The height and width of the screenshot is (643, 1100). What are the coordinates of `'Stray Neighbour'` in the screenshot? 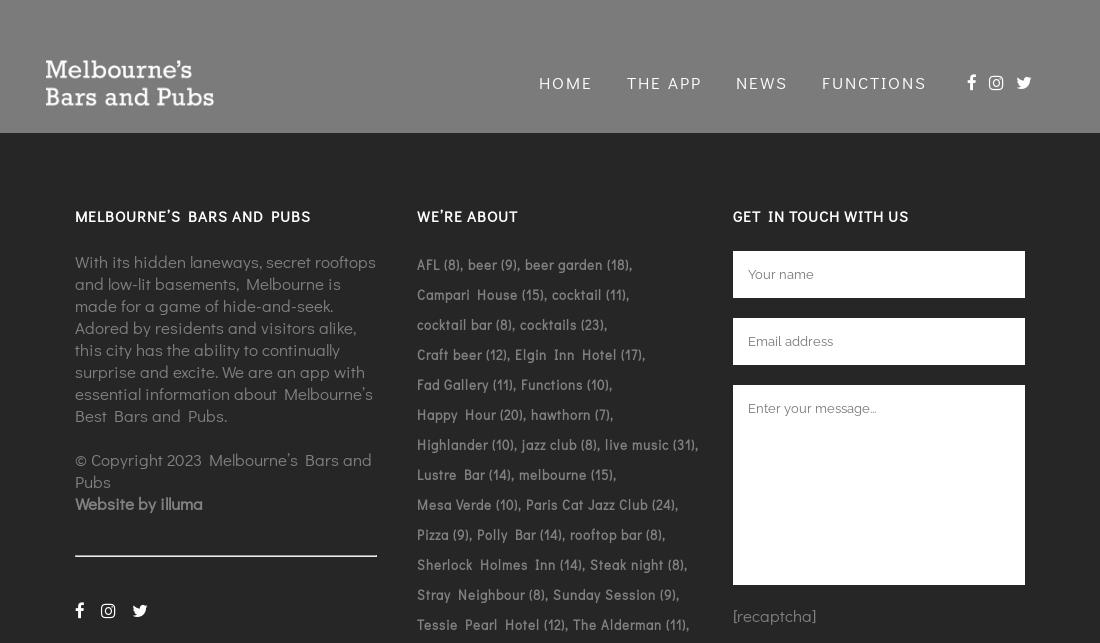 It's located at (469, 592).